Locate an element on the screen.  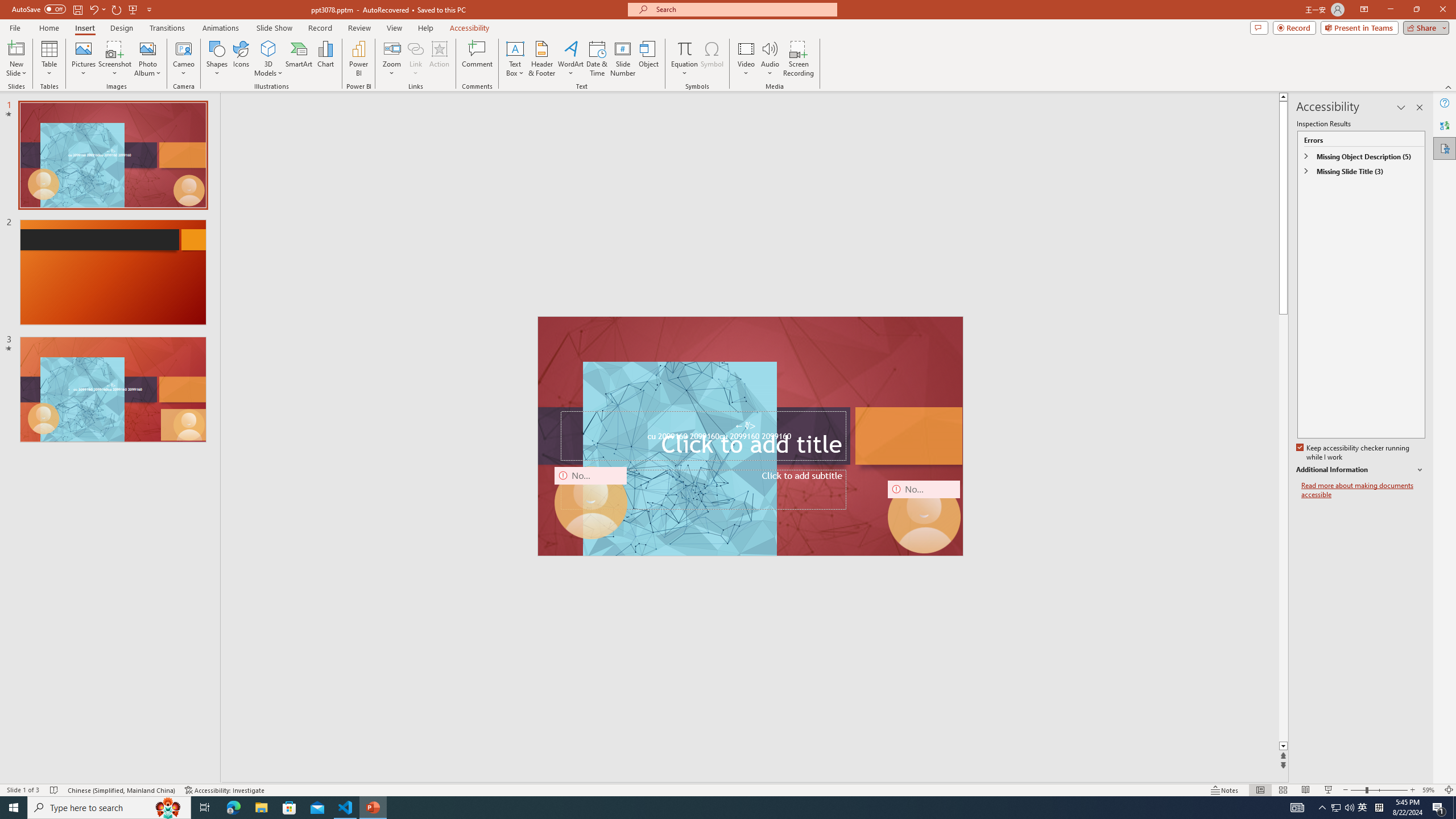
'Chart...' is located at coordinates (325, 59).